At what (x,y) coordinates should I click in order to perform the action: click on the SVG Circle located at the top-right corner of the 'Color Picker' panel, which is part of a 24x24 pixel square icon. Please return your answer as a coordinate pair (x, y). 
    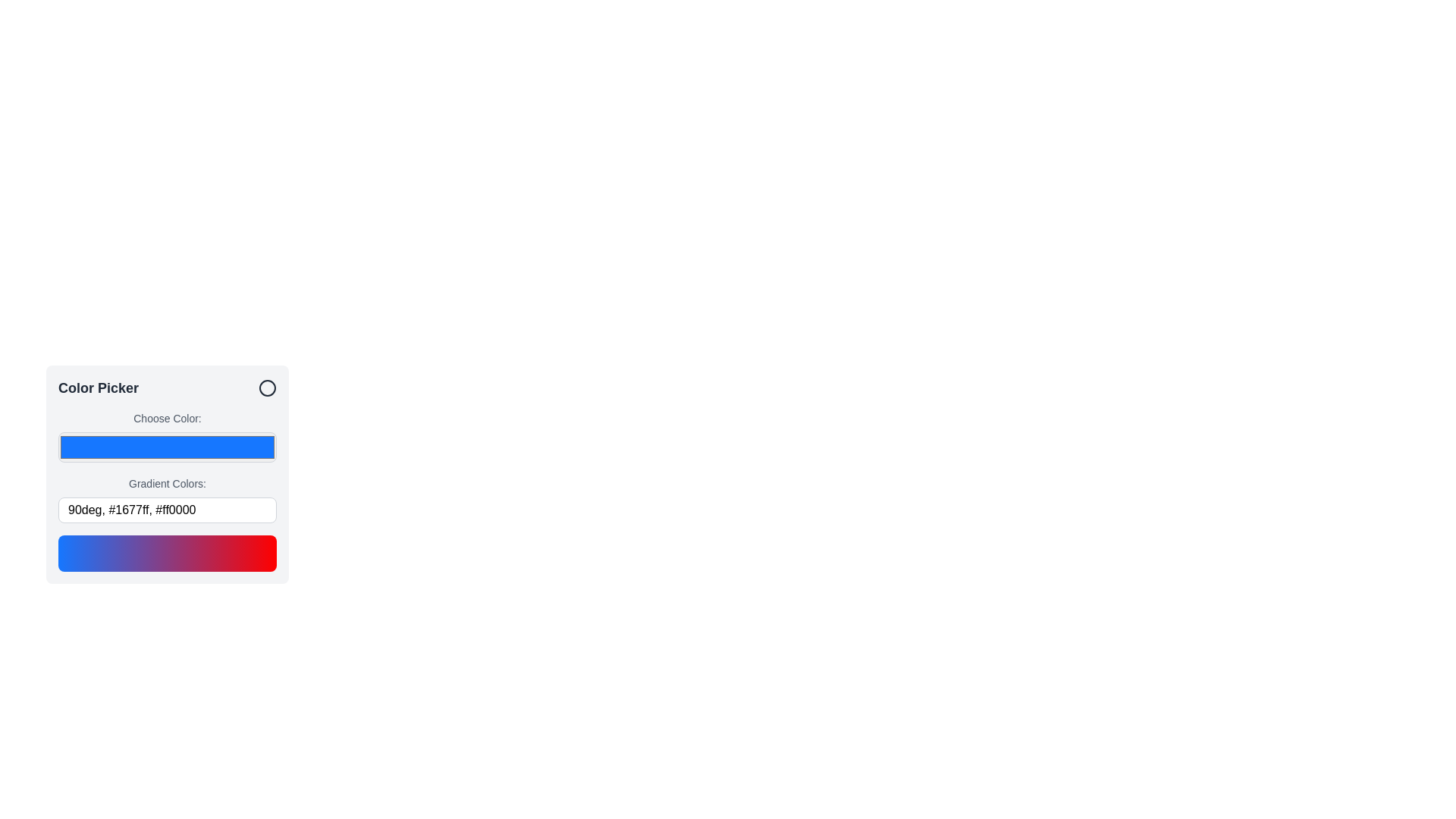
    Looking at the image, I should click on (268, 388).